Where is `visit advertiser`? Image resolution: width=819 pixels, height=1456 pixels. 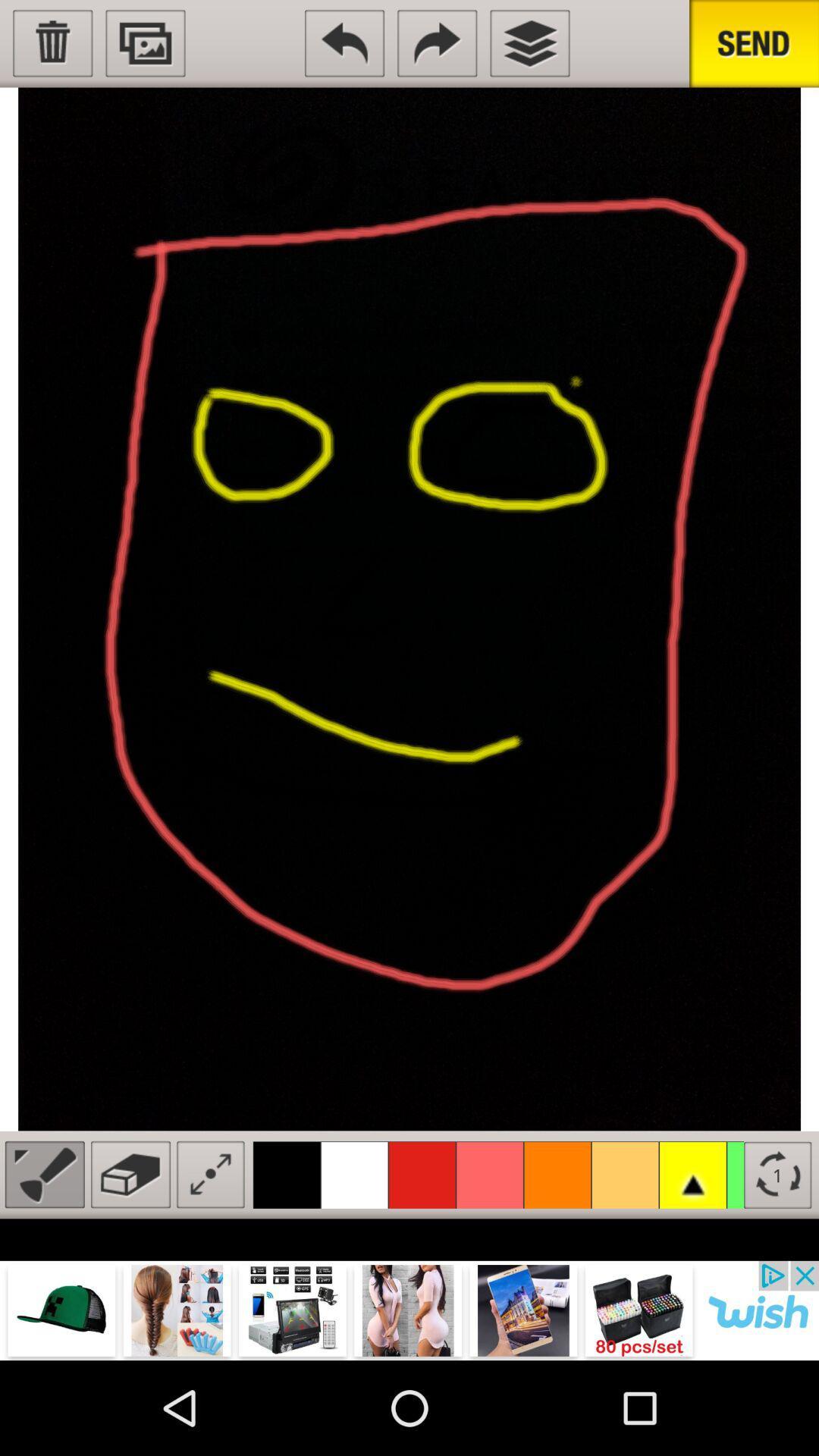 visit advertiser is located at coordinates (409, 1310).